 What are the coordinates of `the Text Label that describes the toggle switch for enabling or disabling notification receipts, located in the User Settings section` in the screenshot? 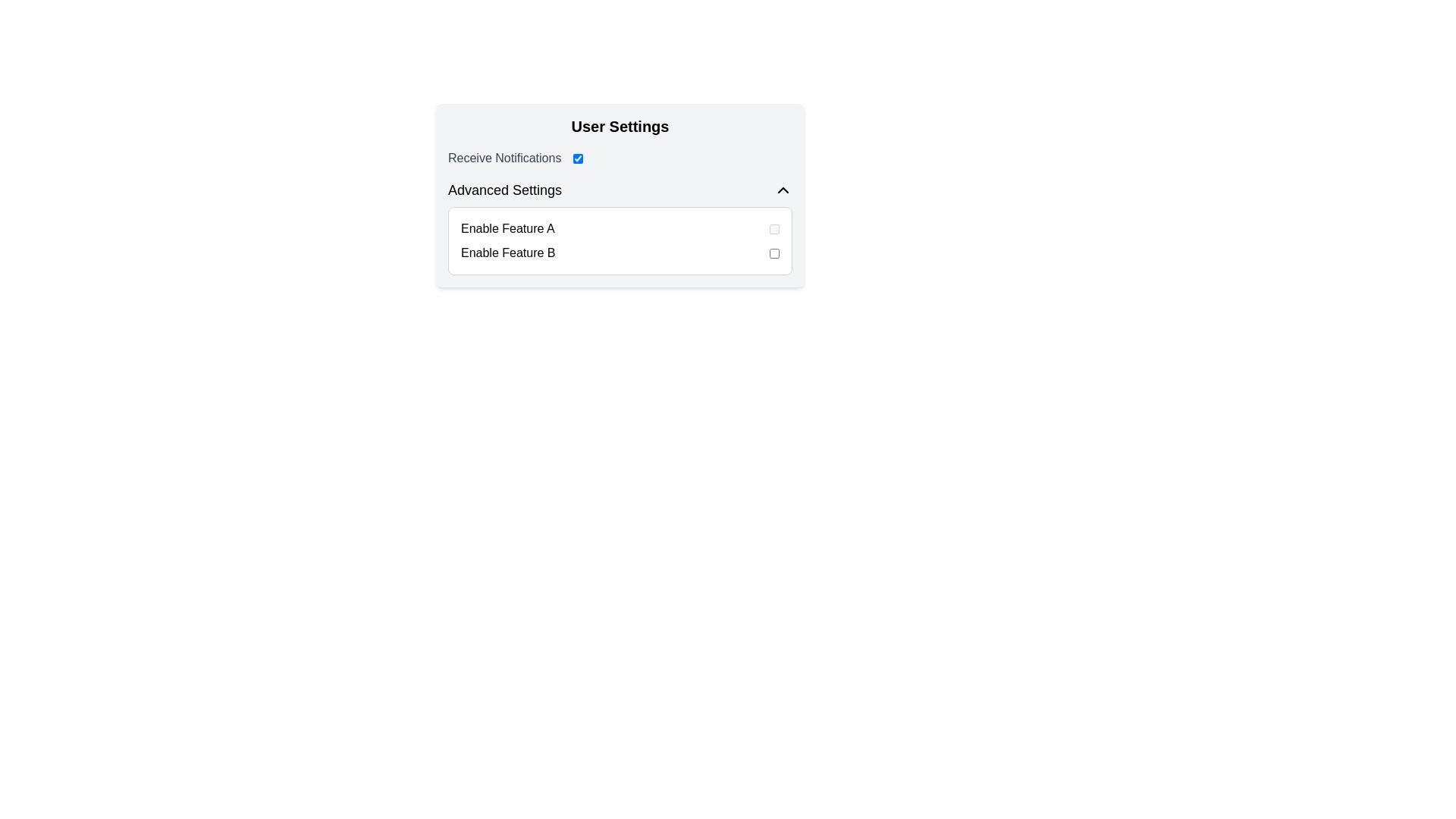 It's located at (620, 158).